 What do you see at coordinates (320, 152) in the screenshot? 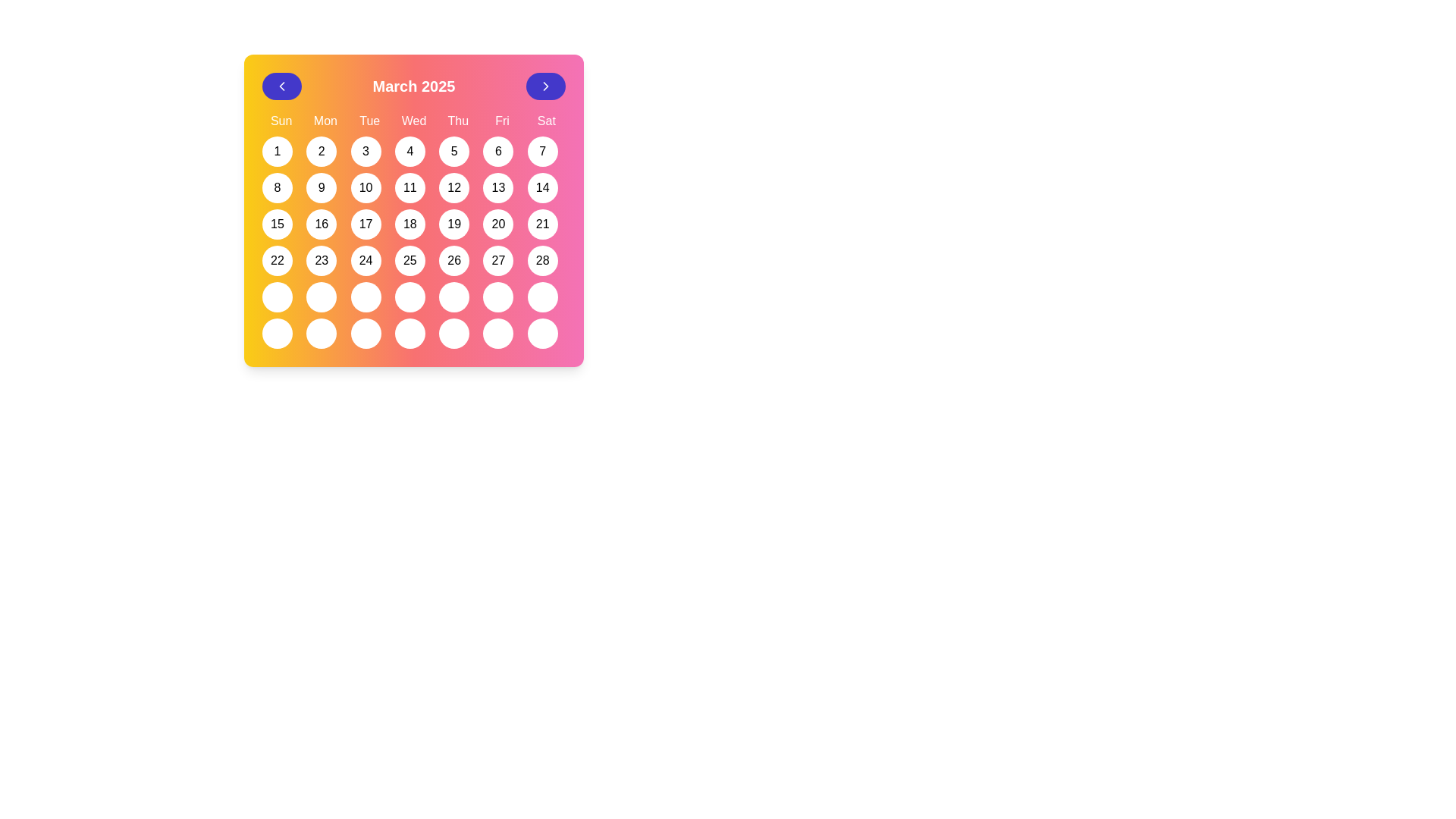
I see `the button representing the second day in a month within the calendar grid` at bounding box center [320, 152].